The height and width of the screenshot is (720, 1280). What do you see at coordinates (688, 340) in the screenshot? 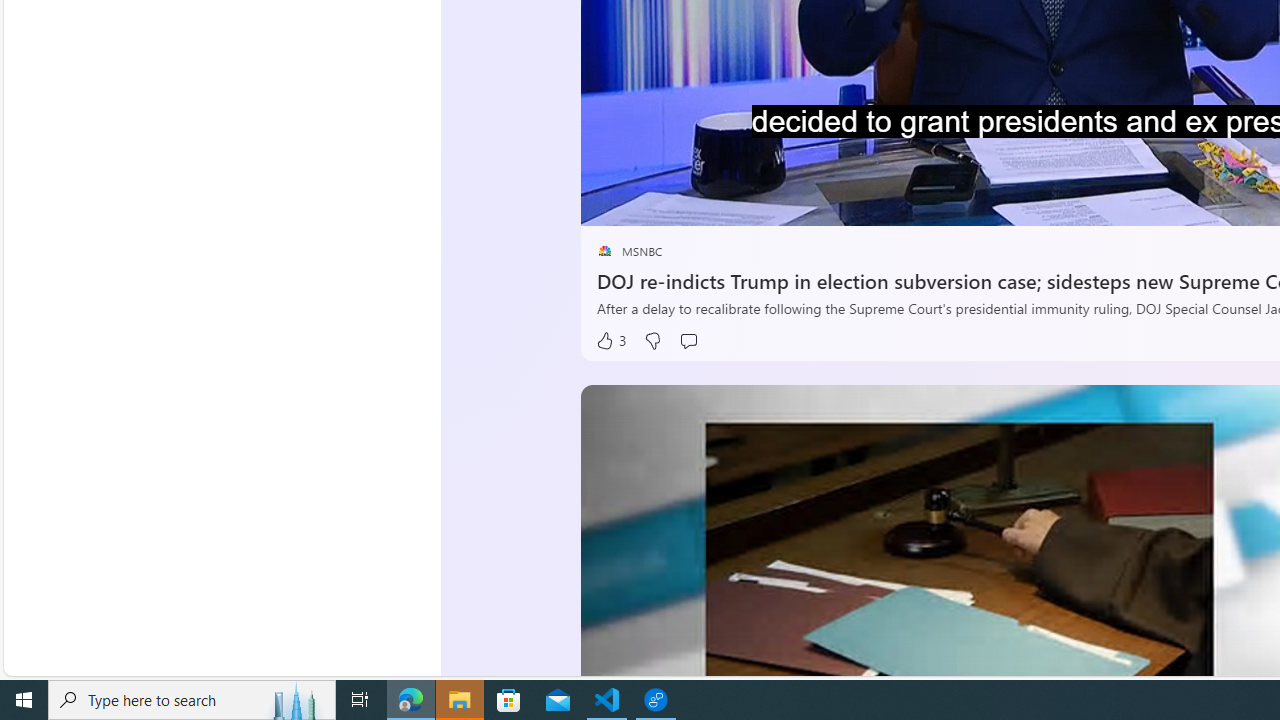
I see `'Start the conversation'` at bounding box center [688, 340].